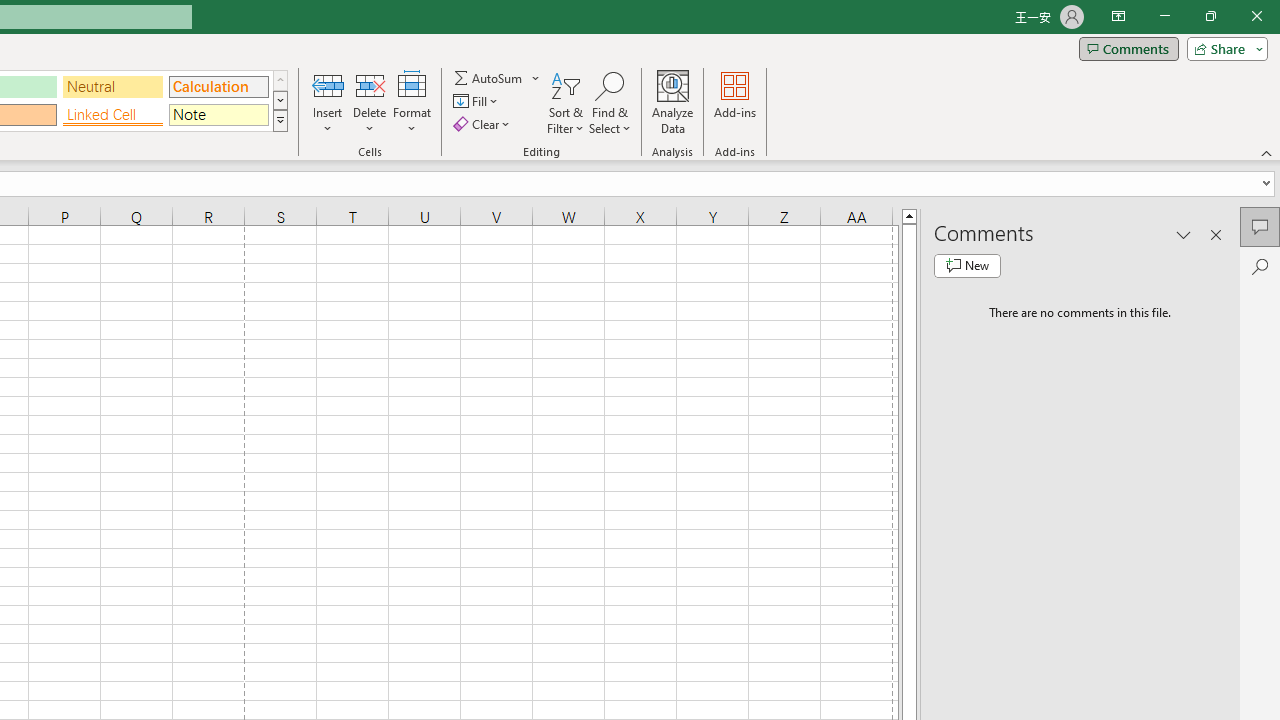 Image resolution: width=1280 pixels, height=720 pixels. I want to click on 'Find & Select', so click(609, 103).